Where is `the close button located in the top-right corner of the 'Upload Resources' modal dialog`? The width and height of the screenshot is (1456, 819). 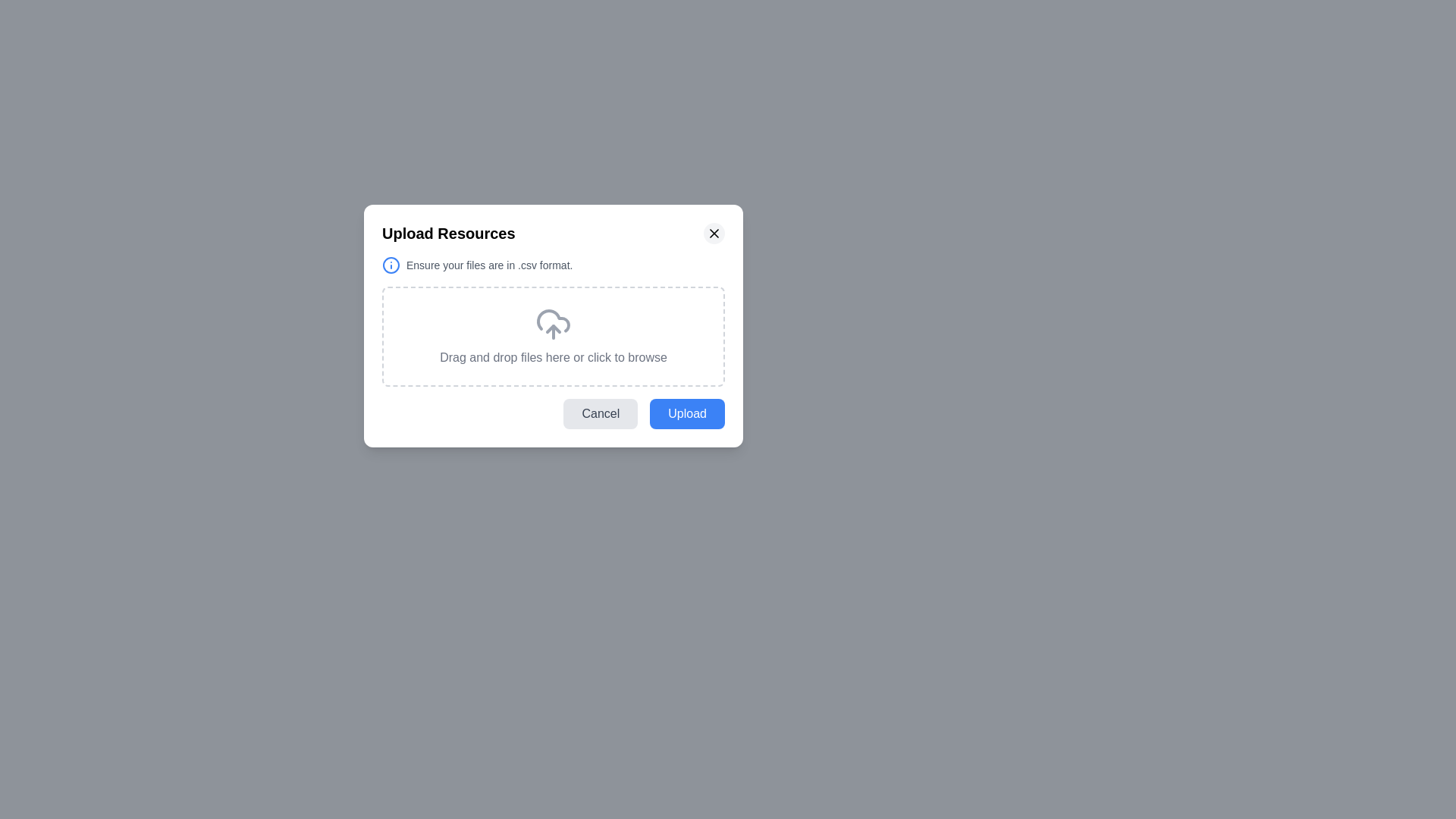
the close button located in the top-right corner of the 'Upload Resources' modal dialog is located at coordinates (713, 234).